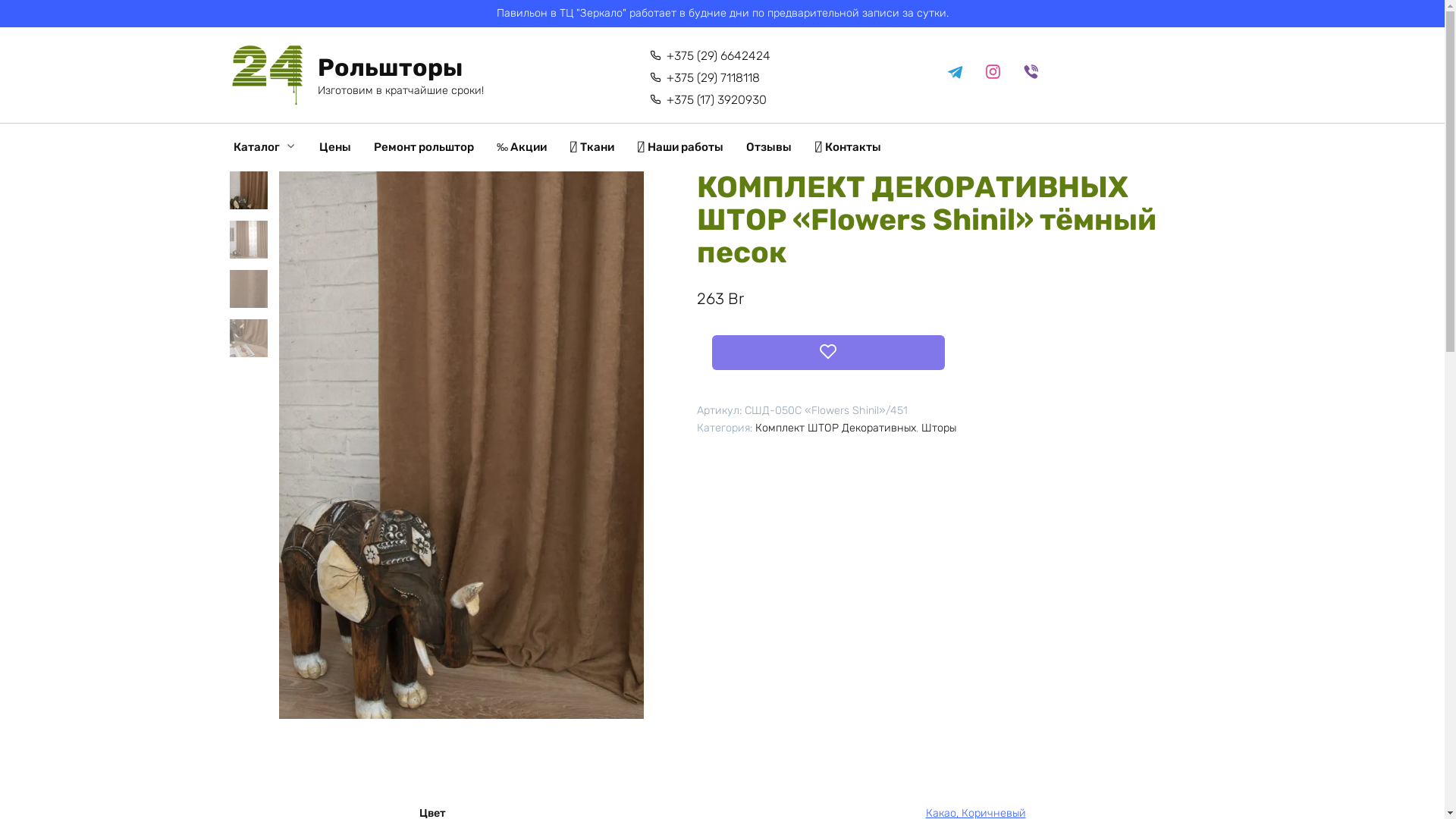 Image resolution: width=1456 pixels, height=819 pixels. What do you see at coordinates (650, 78) in the screenshot?
I see `'+375 (29) 7118118'` at bounding box center [650, 78].